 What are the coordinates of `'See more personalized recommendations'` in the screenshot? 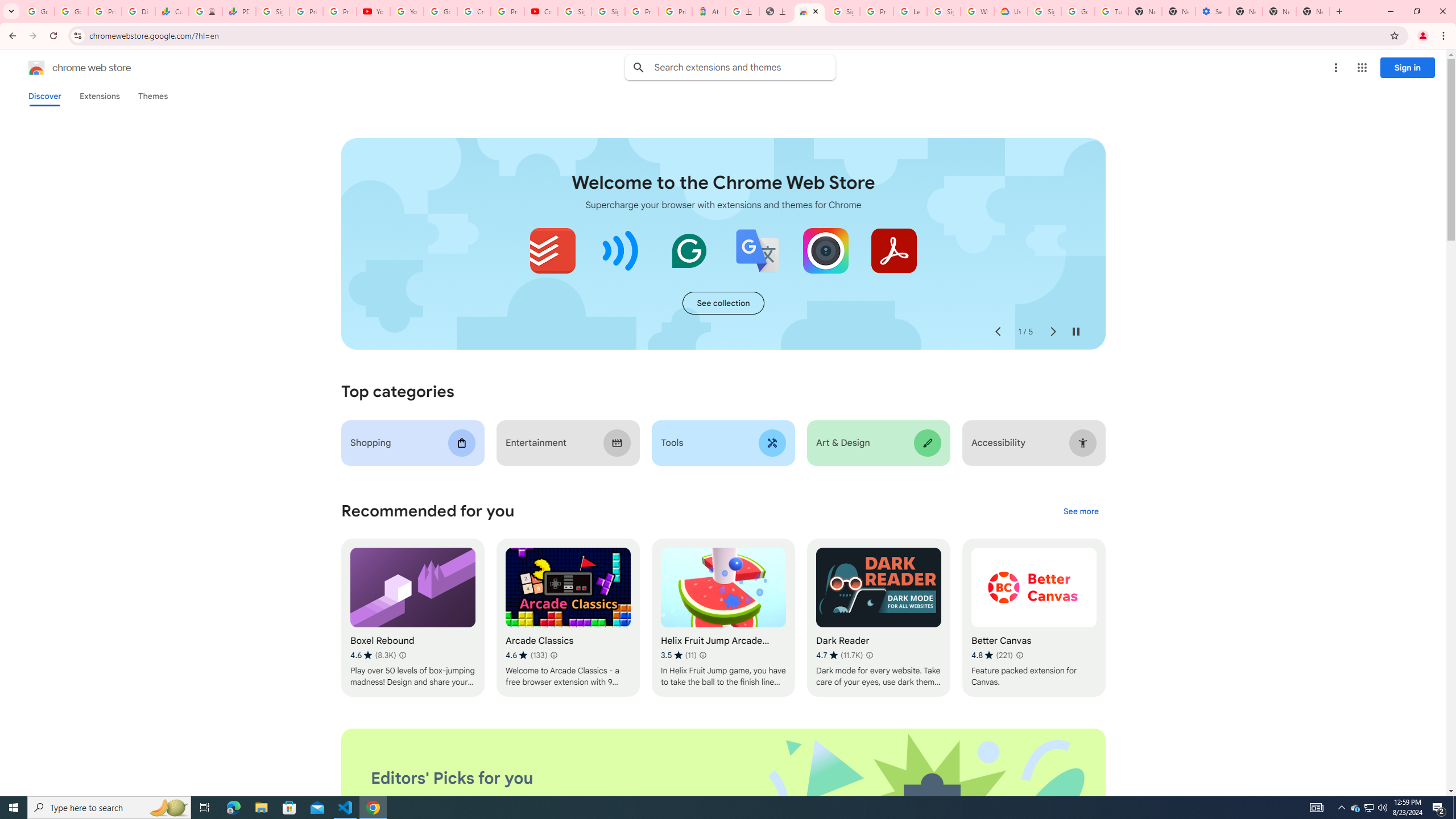 It's located at (1080, 512).